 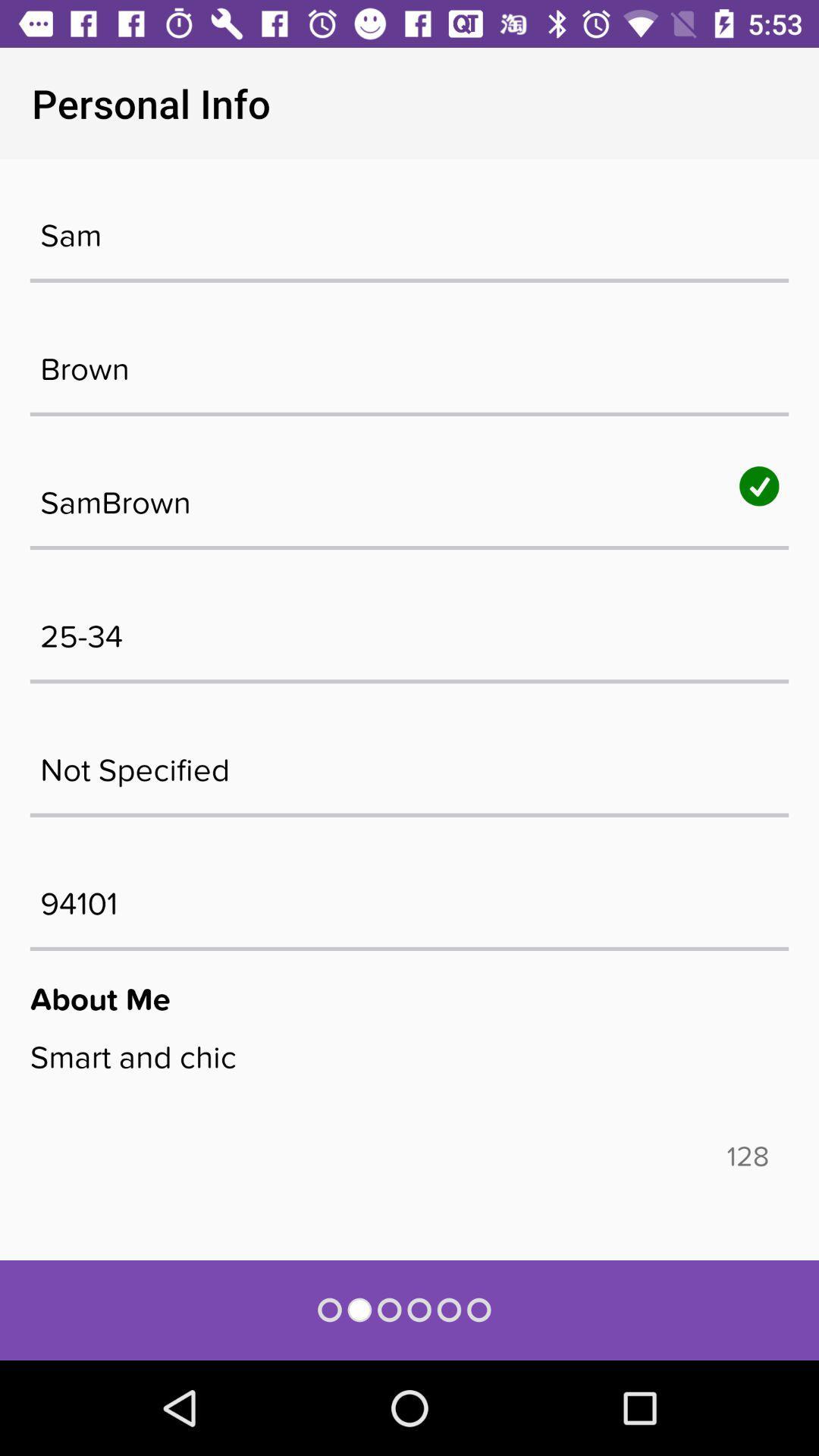 What do you see at coordinates (409, 1088) in the screenshot?
I see `the smart and chic` at bounding box center [409, 1088].